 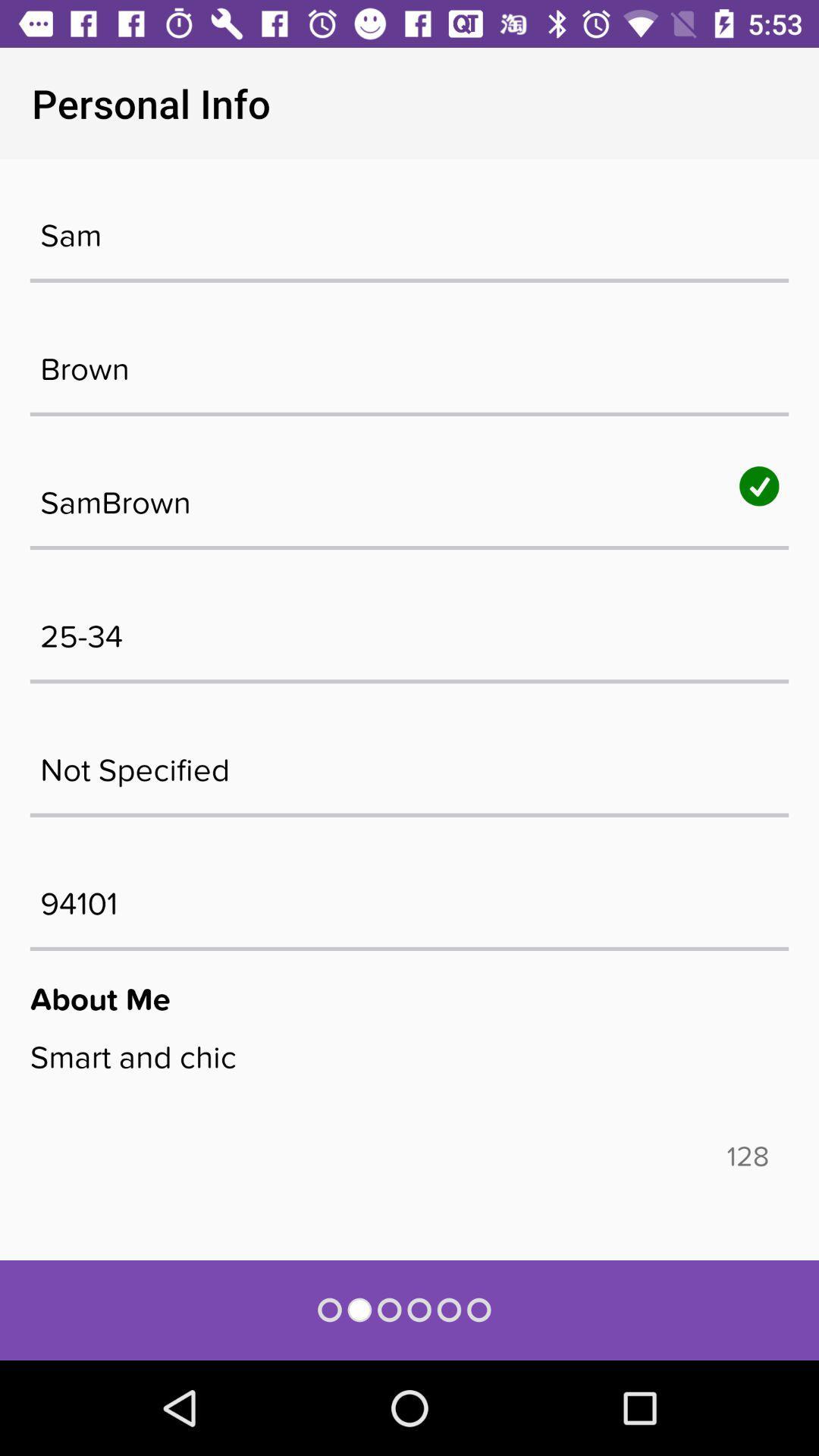 What do you see at coordinates (409, 1088) in the screenshot?
I see `the smart and chic` at bounding box center [409, 1088].